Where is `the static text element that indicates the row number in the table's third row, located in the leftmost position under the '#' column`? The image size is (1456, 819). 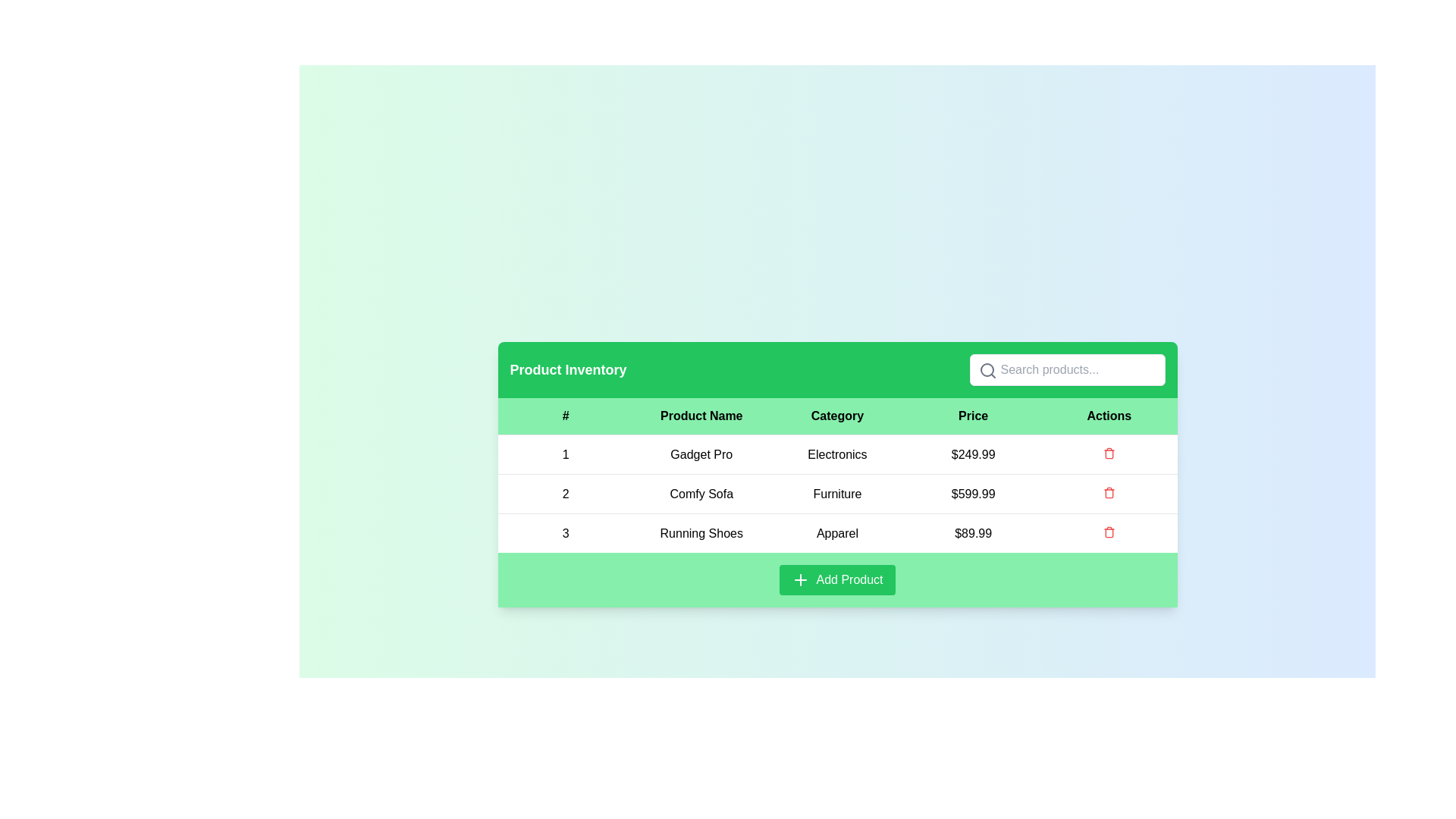 the static text element that indicates the row number in the table's third row, located in the leftmost position under the '#' column is located at coordinates (565, 532).